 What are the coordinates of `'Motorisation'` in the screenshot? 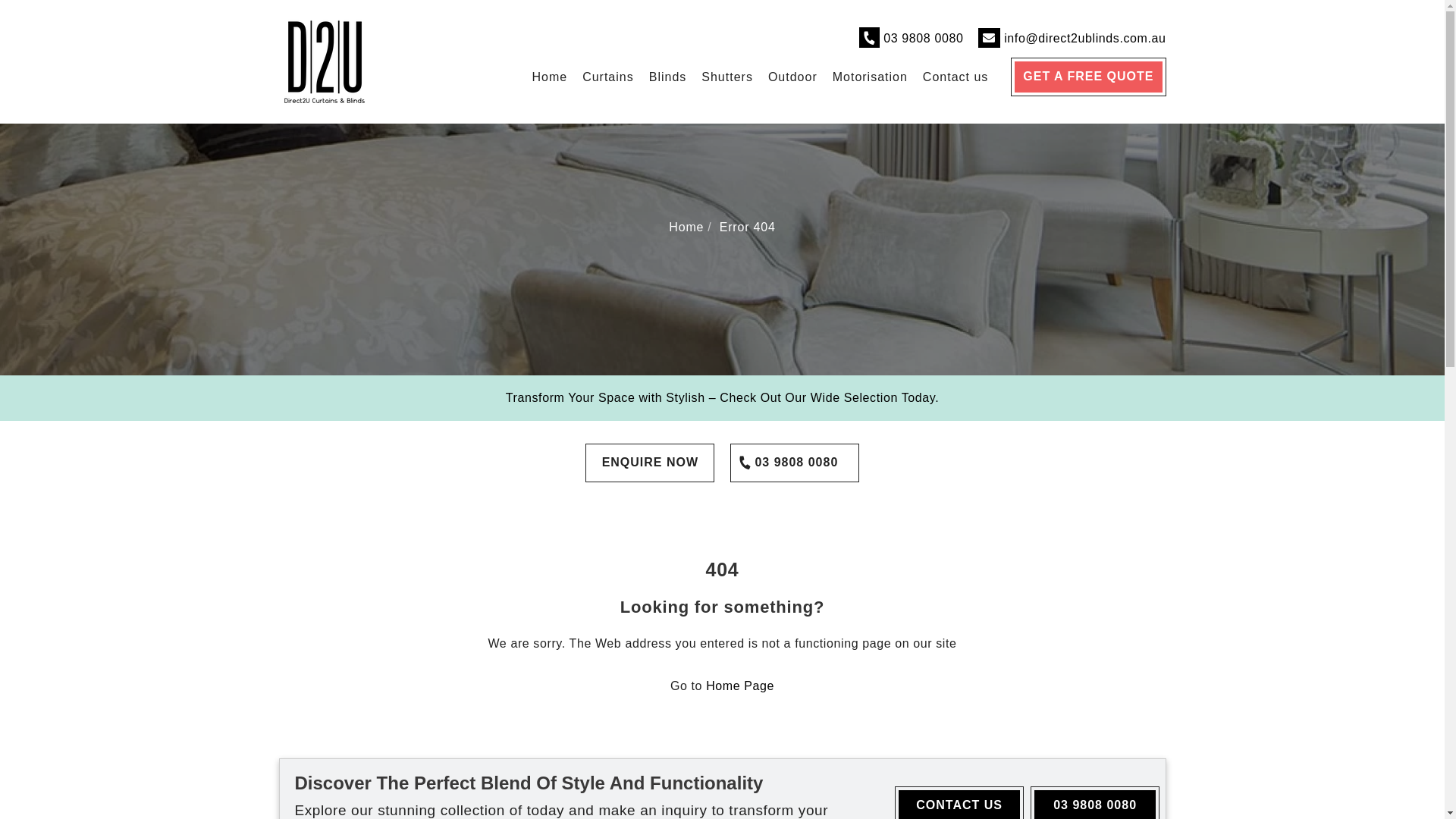 It's located at (870, 77).